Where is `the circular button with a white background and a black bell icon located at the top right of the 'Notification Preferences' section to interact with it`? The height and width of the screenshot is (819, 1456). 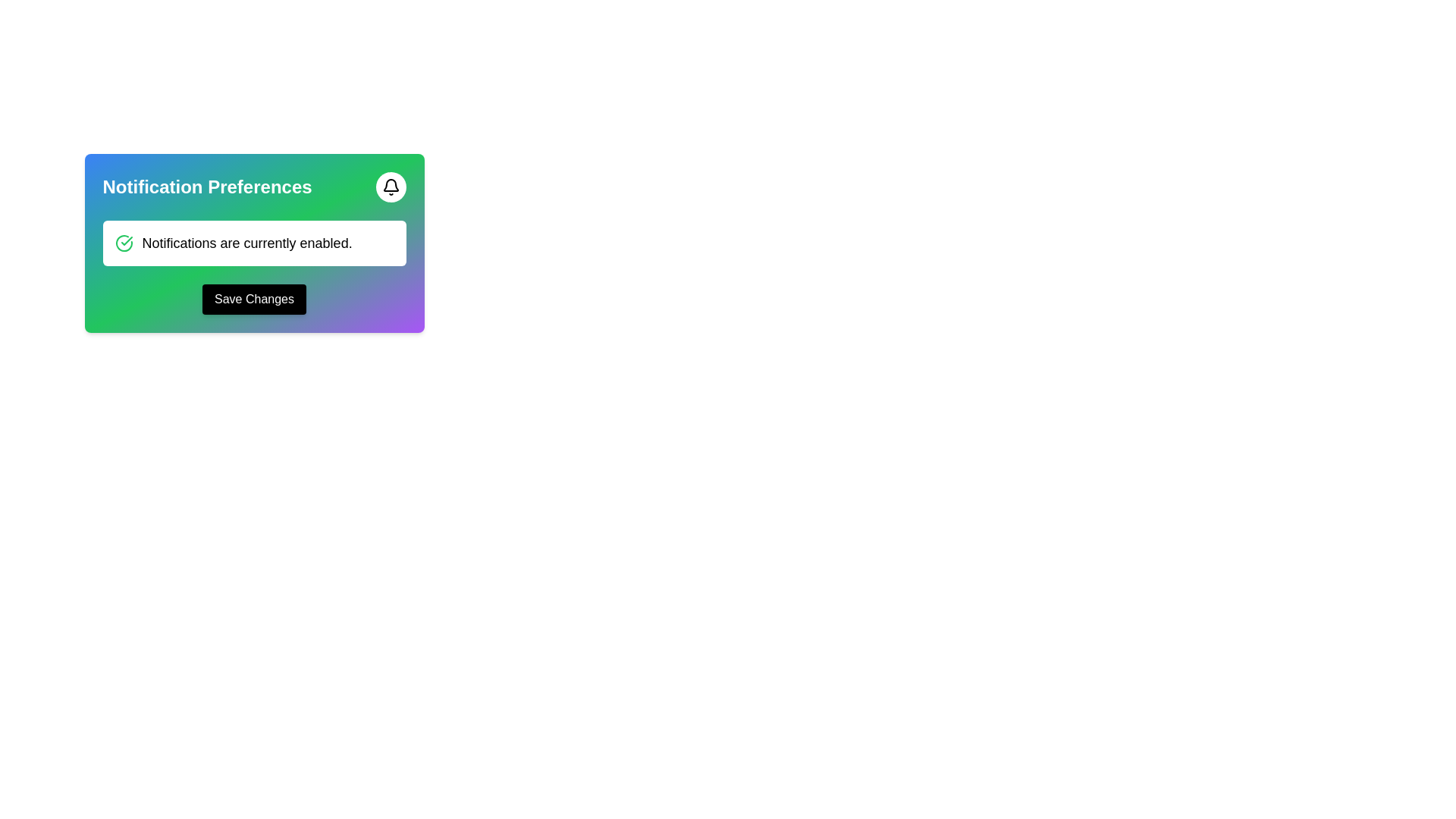
the circular button with a white background and a black bell icon located at the top right of the 'Notification Preferences' section to interact with it is located at coordinates (391, 186).